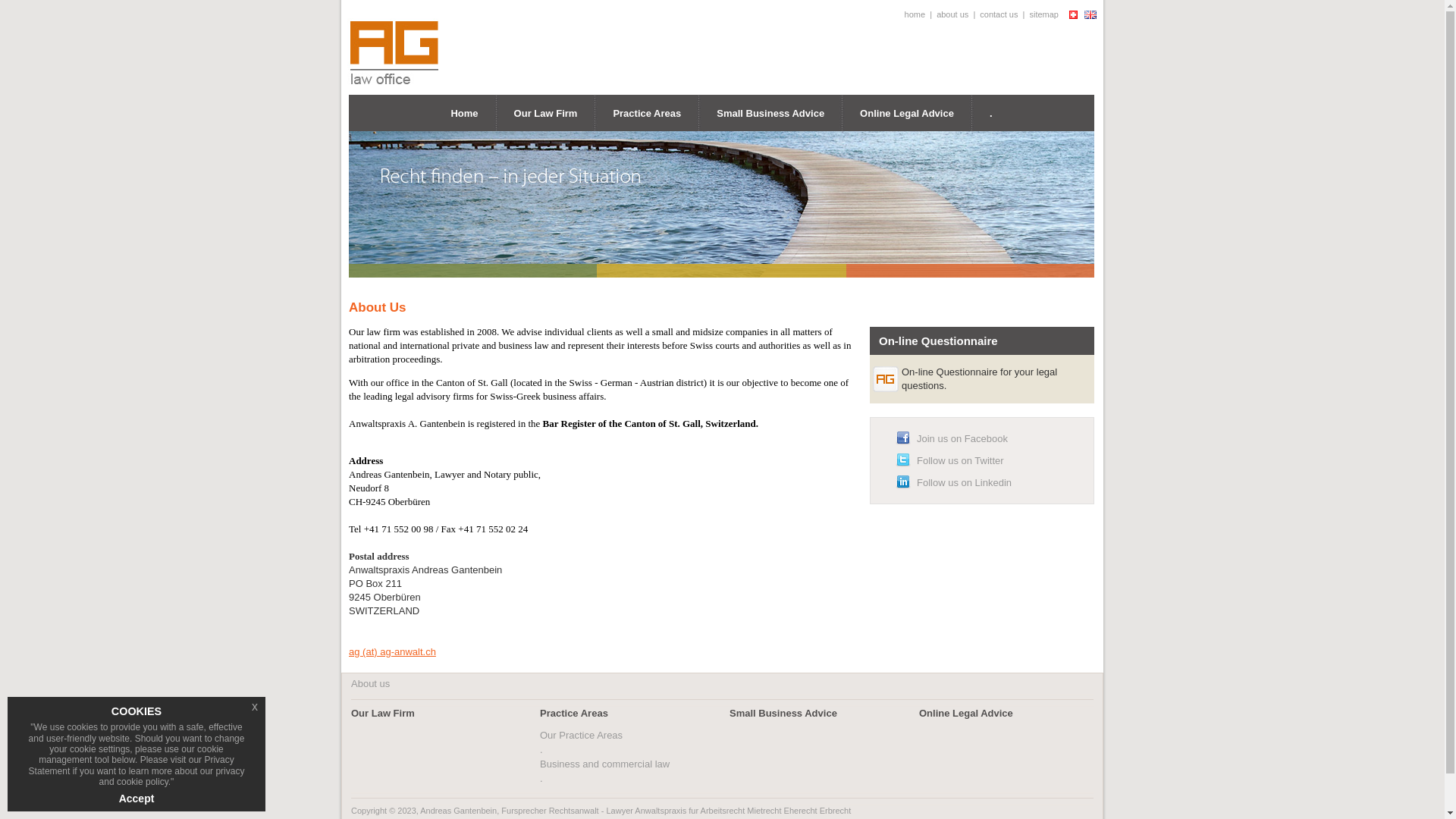  Describe the element at coordinates (935, 14) in the screenshot. I see `'about us'` at that location.